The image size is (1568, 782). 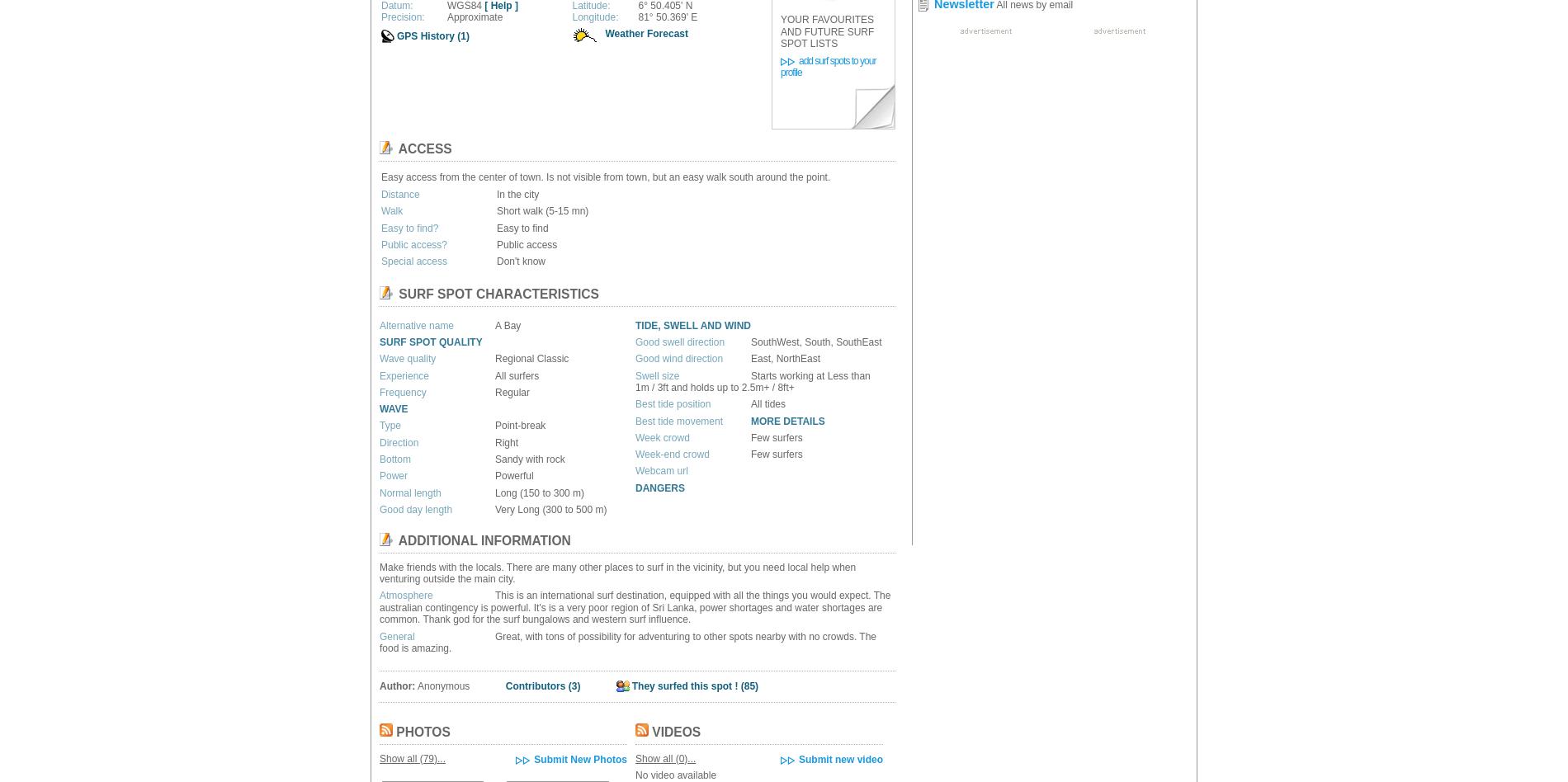 I want to click on 'Tide, Swell and Wind', so click(x=635, y=323).